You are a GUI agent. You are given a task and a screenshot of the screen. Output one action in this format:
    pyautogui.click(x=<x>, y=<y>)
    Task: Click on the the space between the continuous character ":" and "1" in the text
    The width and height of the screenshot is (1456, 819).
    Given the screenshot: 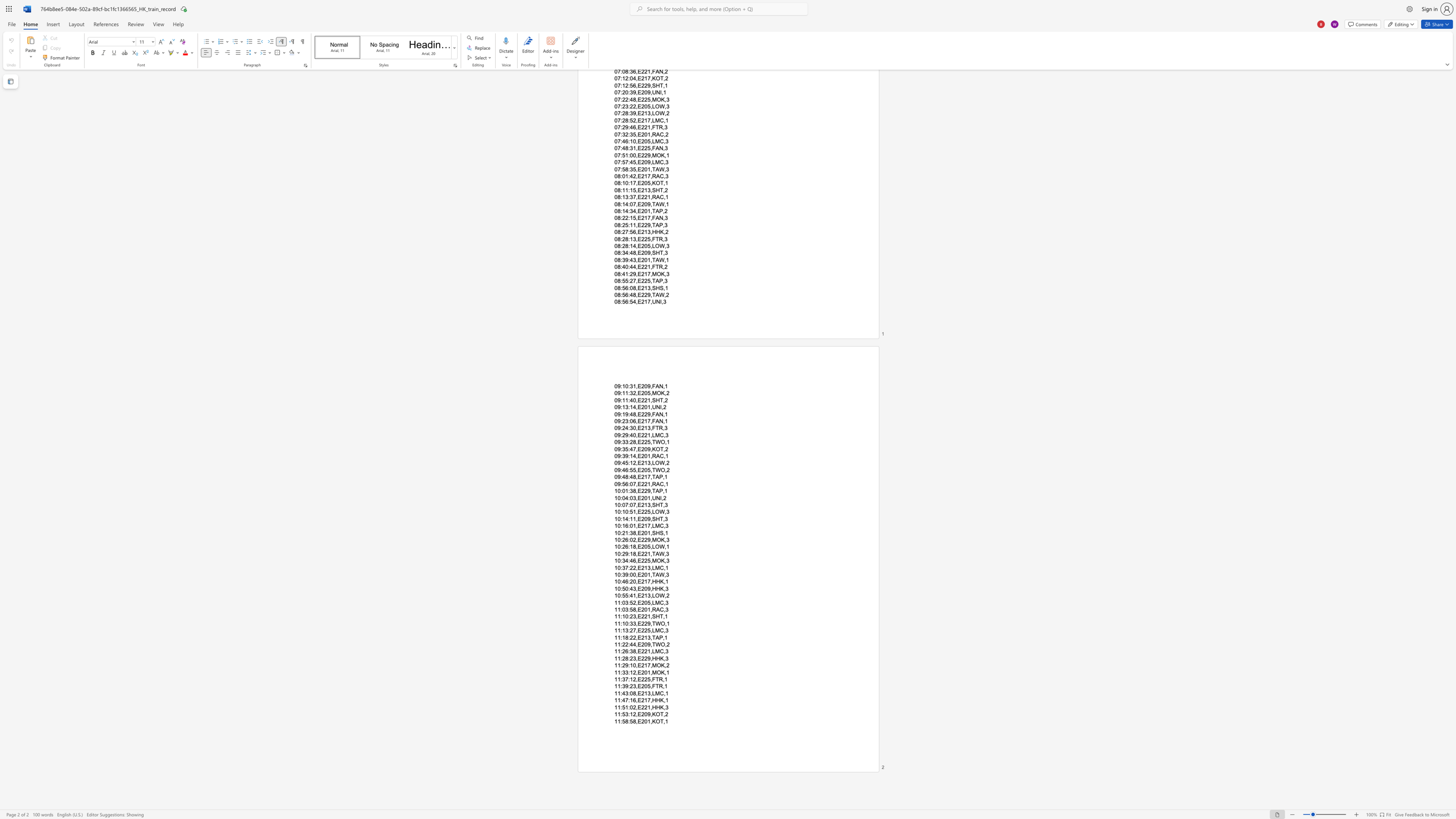 What is the action you would take?
    pyautogui.click(x=630, y=700)
    